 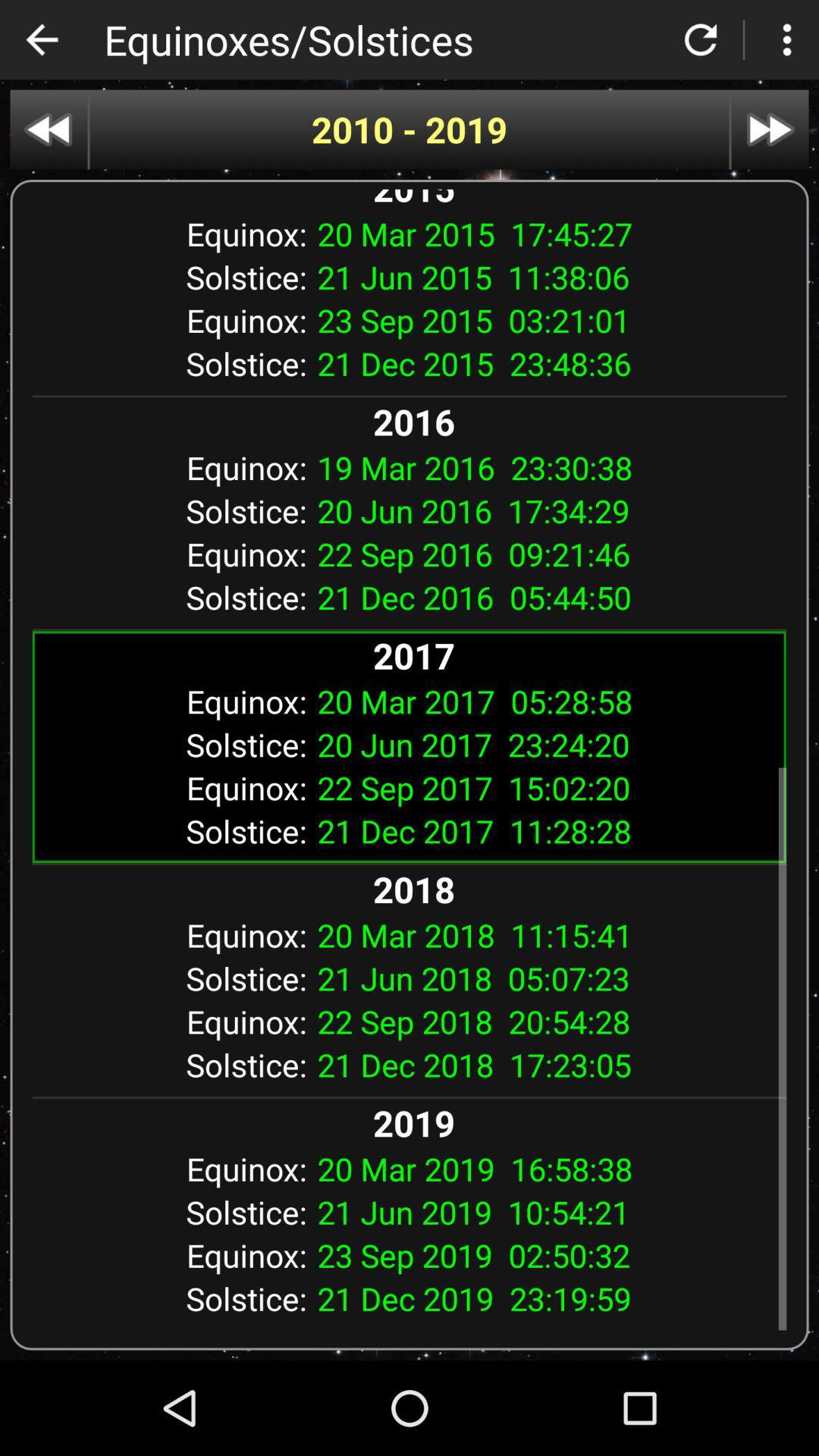 I want to click on menu, so click(x=786, y=39).